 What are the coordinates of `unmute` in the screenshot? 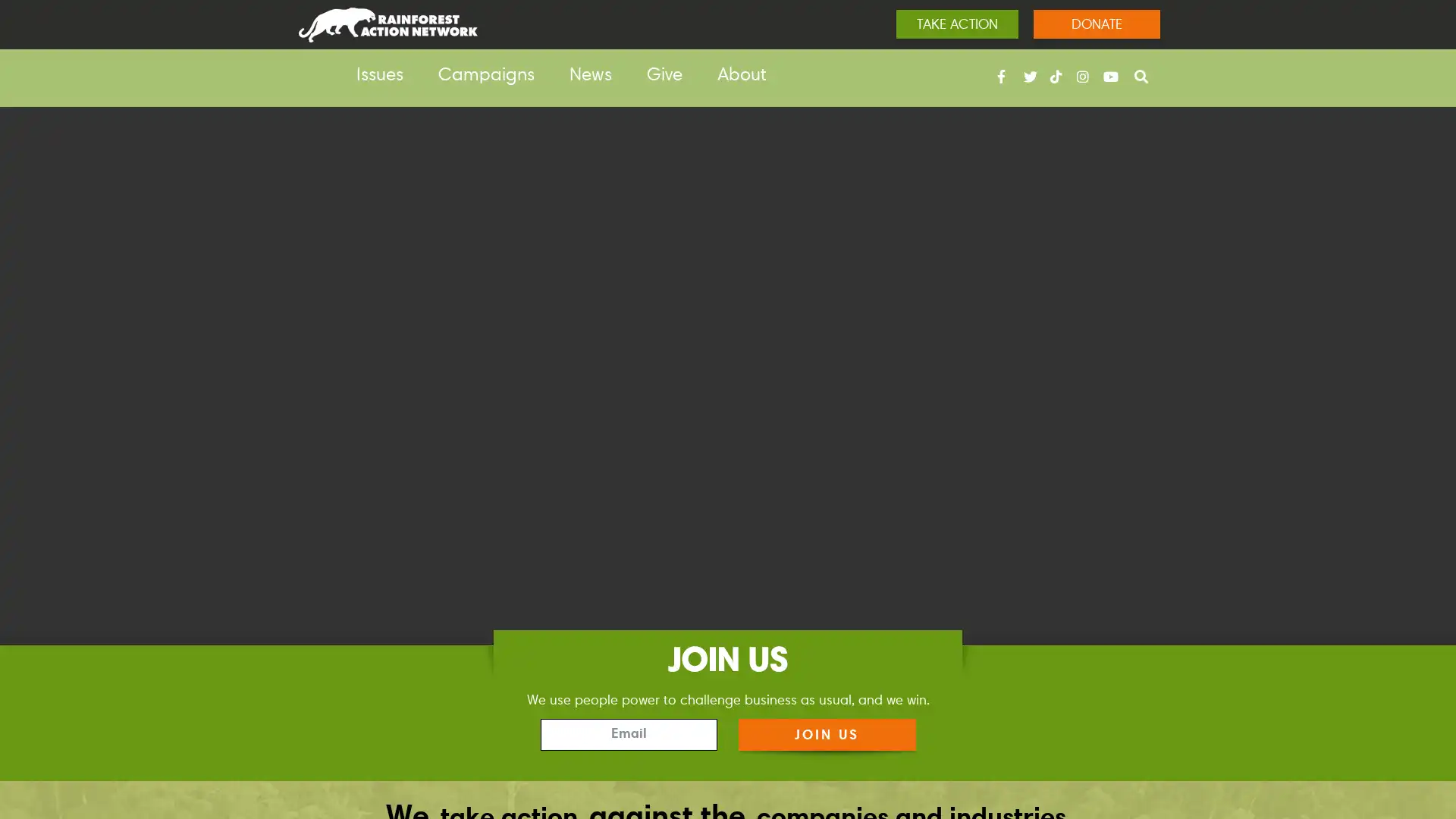 It's located at (1321, 739).